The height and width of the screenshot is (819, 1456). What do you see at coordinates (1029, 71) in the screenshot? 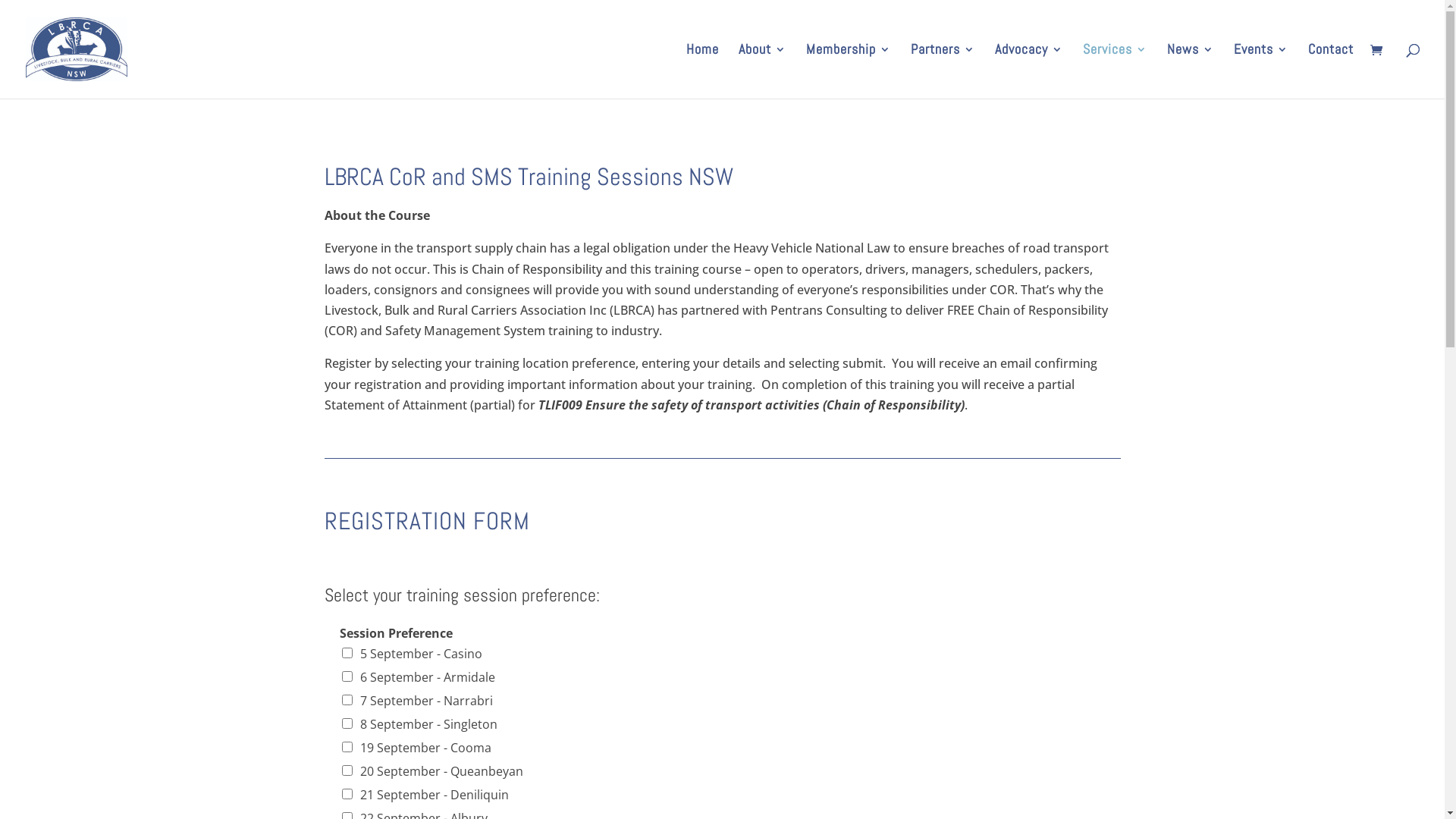
I see `'Advocacy'` at bounding box center [1029, 71].